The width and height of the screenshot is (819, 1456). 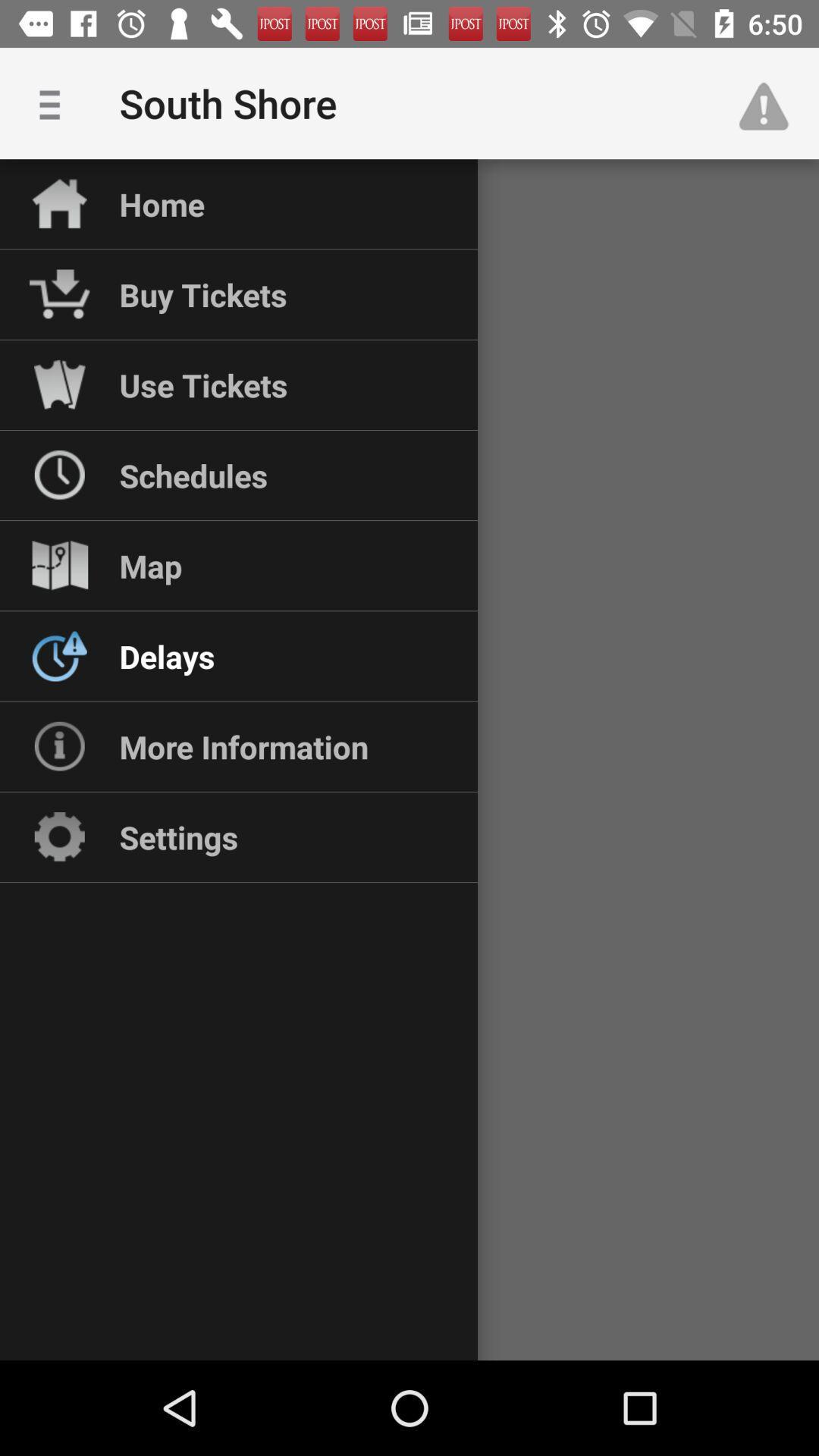 I want to click on settings, so click(x=177, y=836).